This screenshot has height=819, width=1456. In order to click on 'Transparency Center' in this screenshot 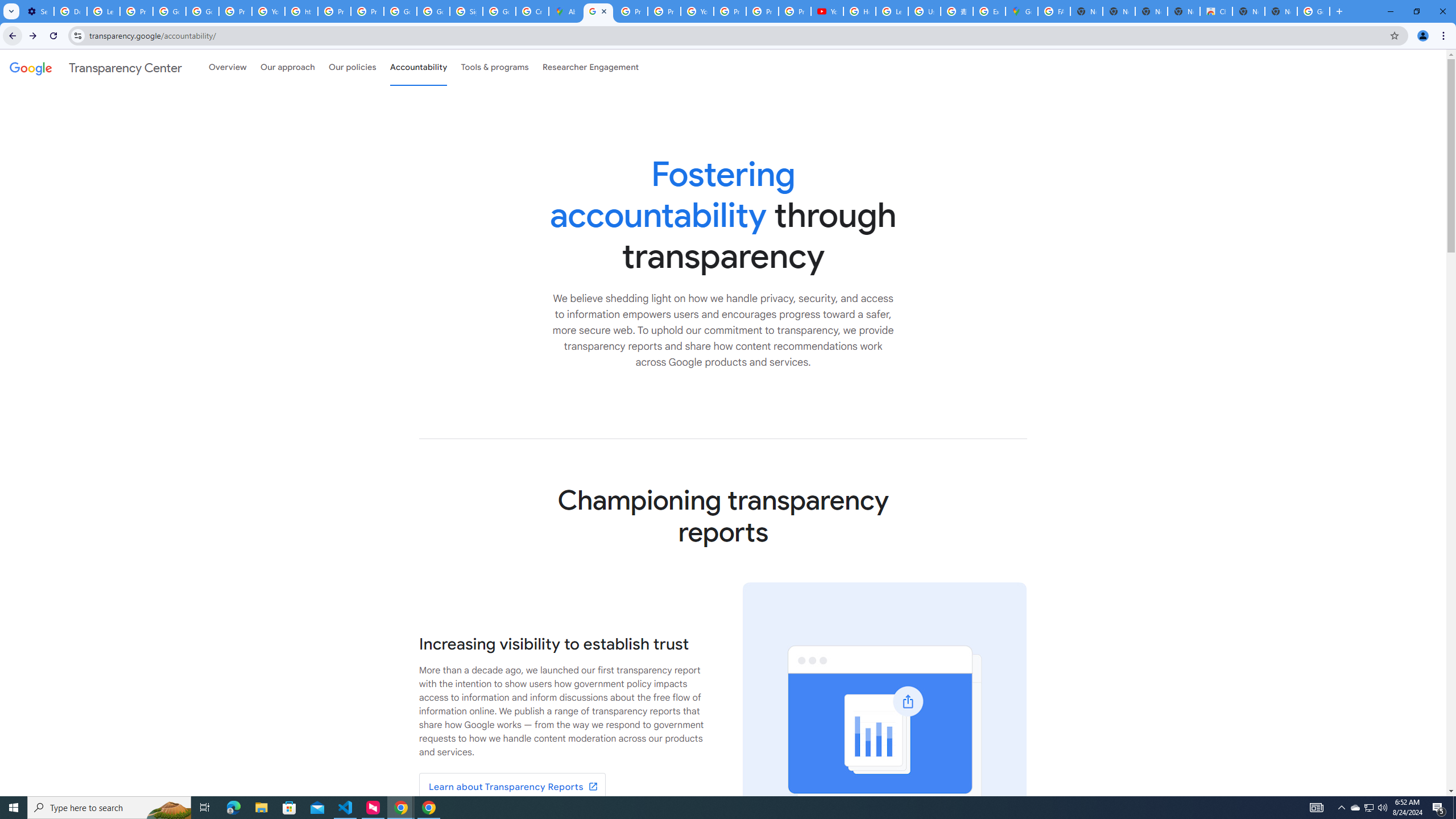, I will do `click(95, 67)`.